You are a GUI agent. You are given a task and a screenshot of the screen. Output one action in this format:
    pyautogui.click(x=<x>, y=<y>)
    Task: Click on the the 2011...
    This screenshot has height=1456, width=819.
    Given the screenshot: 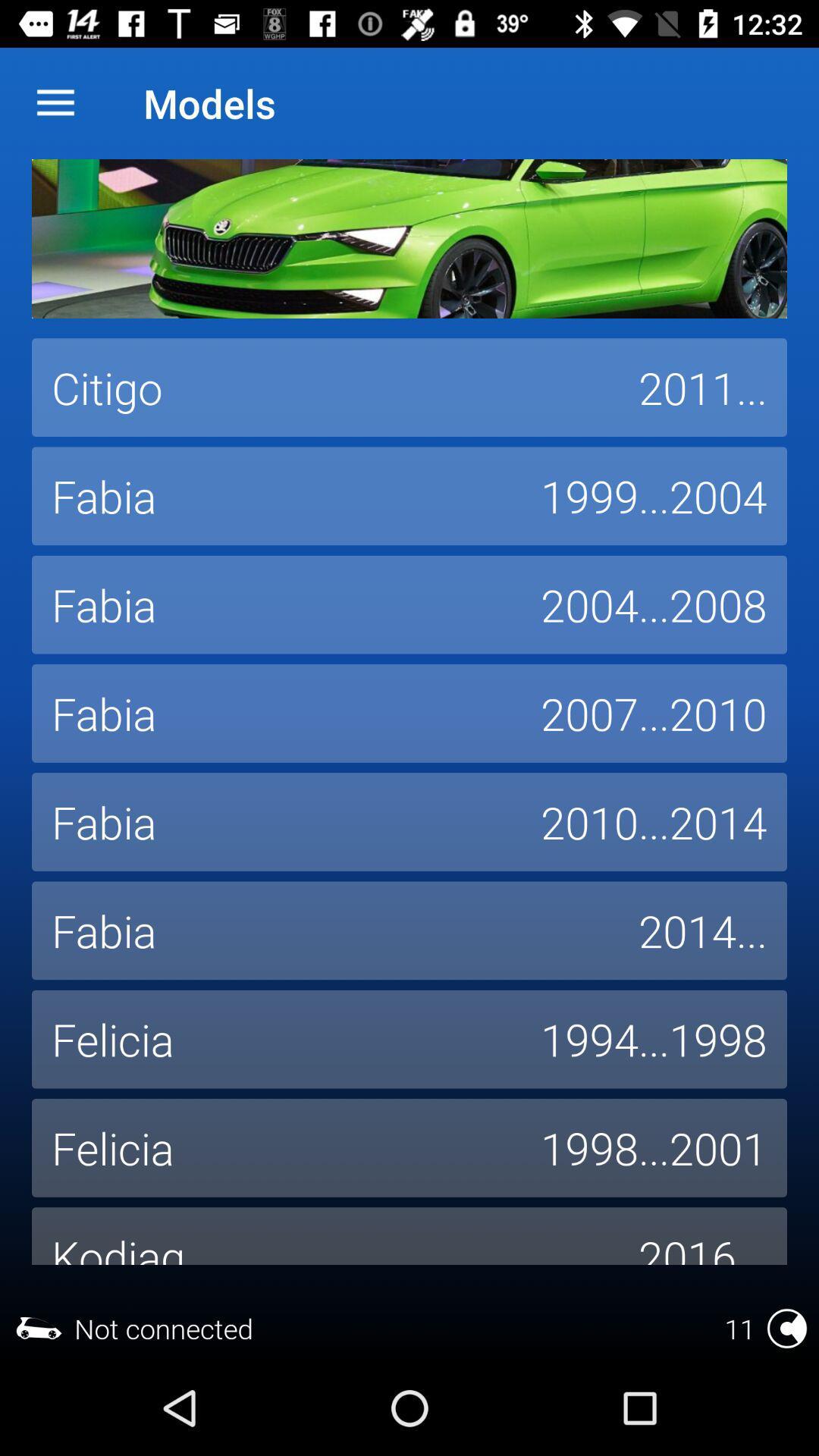 What is the action you would take?
    pyautogui.click(x=702, y=388)
    